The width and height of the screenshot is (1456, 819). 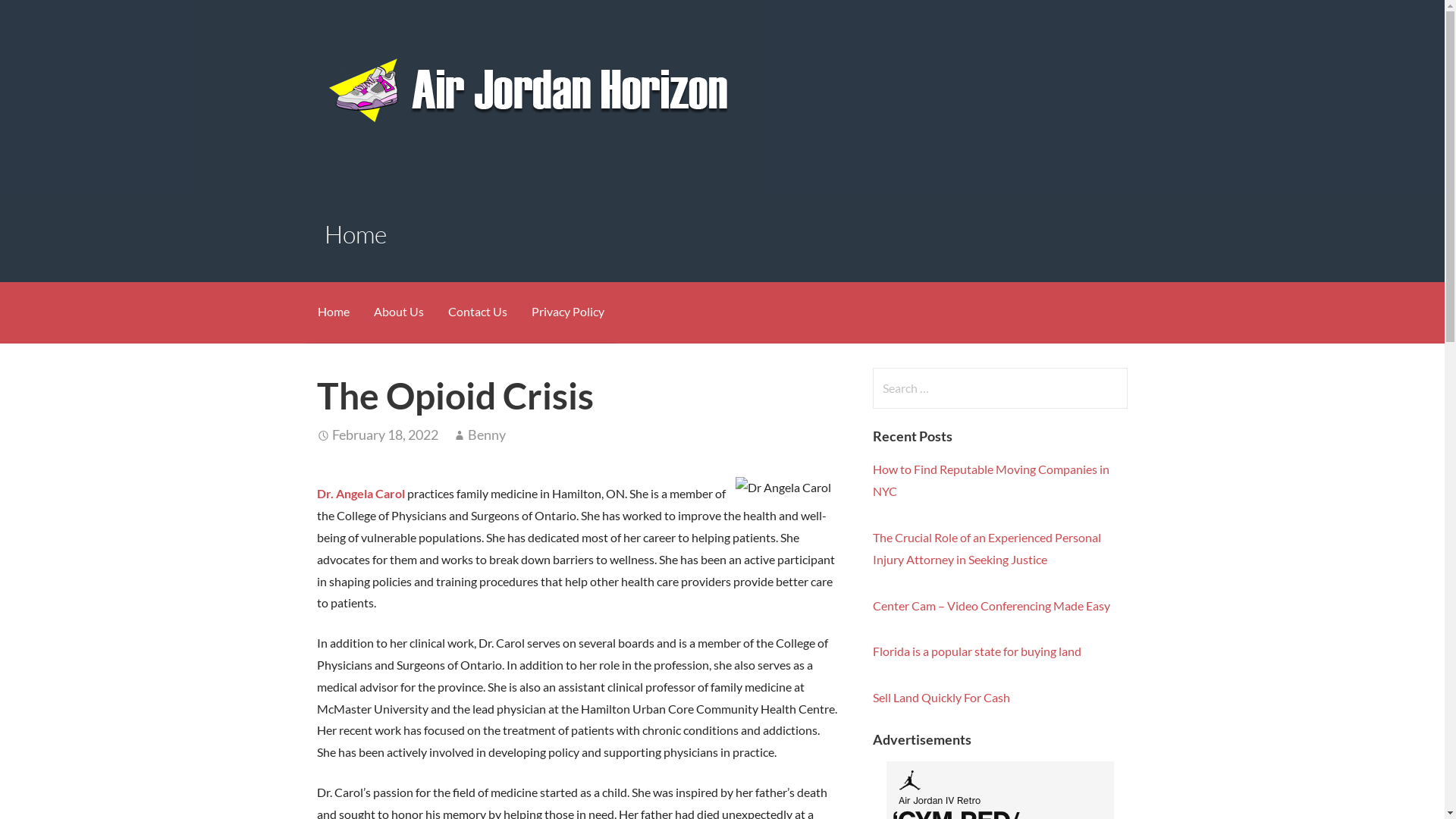 What do you see at coordinates (977, 650) in the screenshot?
I see `'Florida is a popular state for buying land'` at bounding box center [977, 650].